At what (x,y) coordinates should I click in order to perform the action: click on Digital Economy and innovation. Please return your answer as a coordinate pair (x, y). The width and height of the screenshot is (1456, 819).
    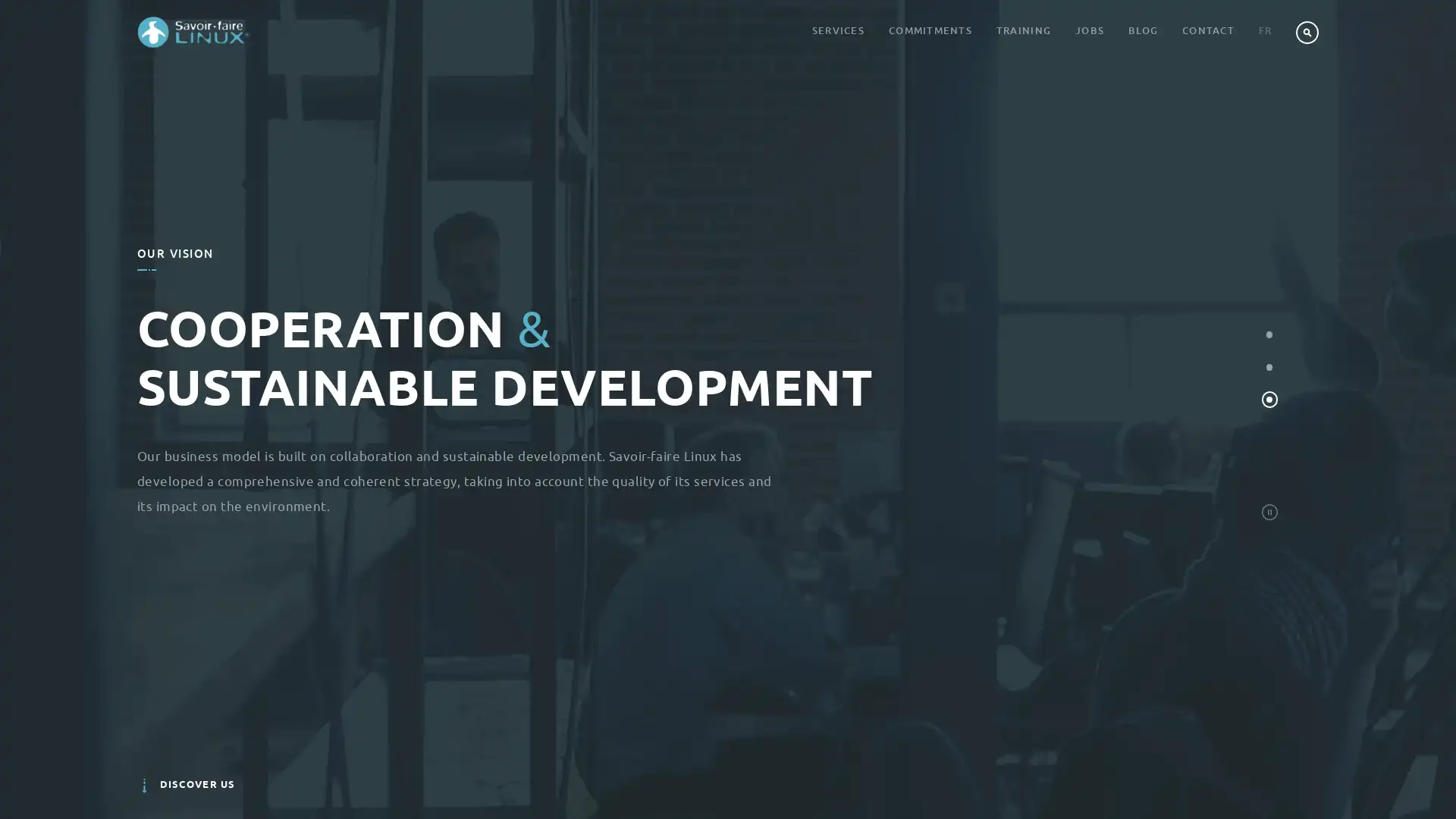
    Looking at the image, I should click on (1269, 334).